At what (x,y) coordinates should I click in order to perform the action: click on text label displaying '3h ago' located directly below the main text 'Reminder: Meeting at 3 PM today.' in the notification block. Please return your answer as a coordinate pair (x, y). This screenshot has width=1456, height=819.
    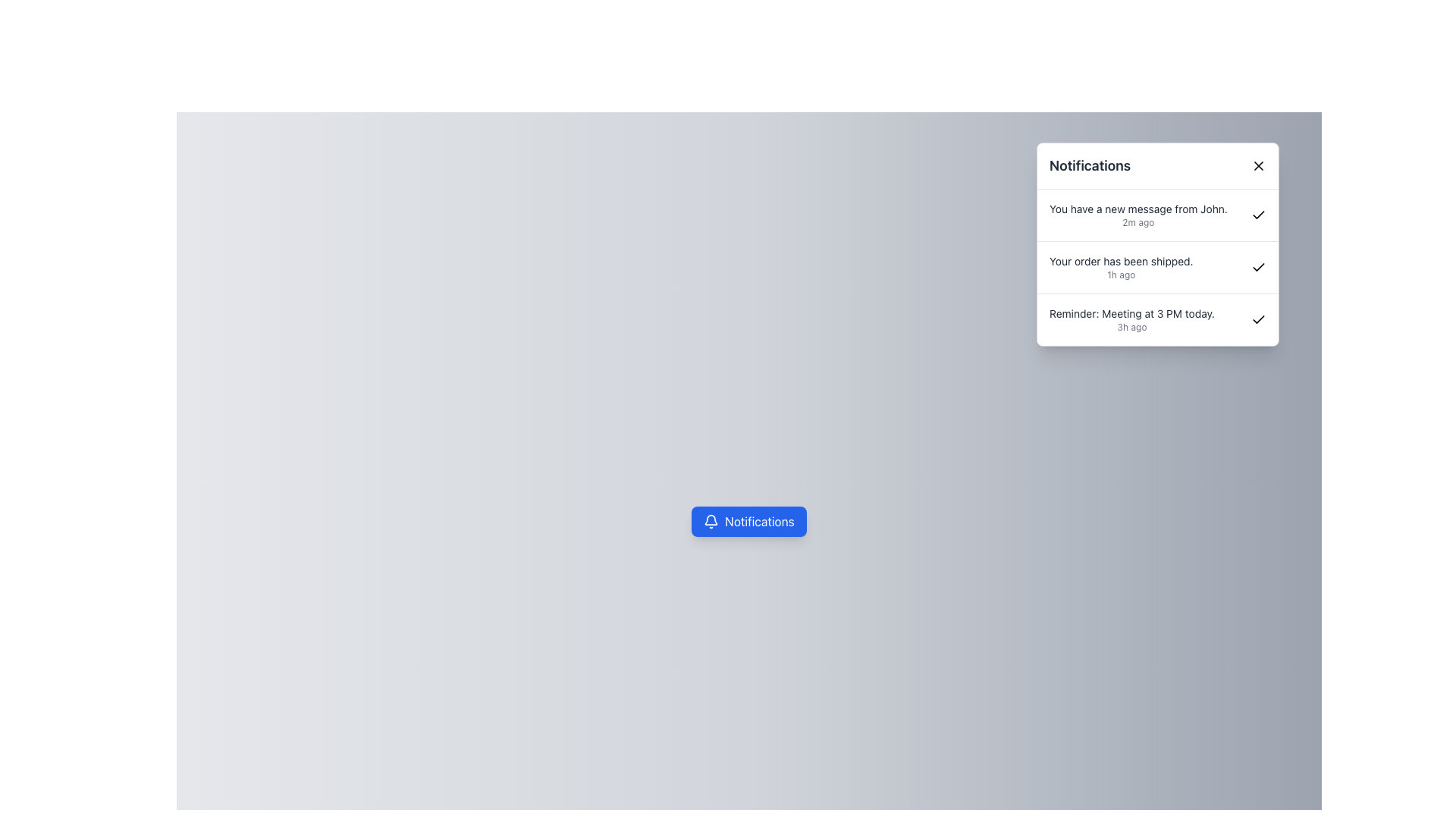
    Looking at the image, I should click on (1131, 327).